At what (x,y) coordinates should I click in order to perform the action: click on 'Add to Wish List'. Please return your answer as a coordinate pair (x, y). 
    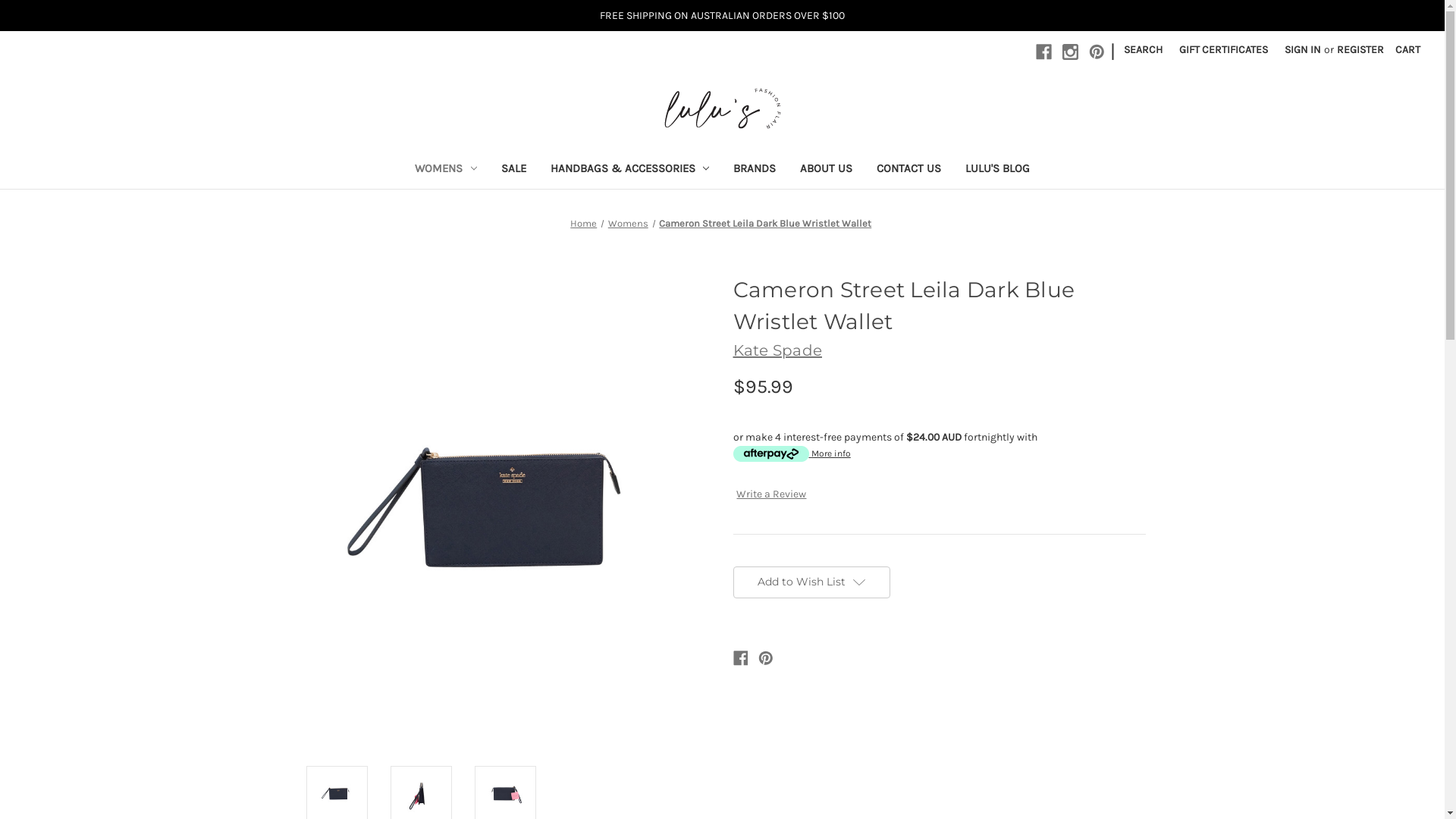
    Looking at the image, I should click on (811, 581).